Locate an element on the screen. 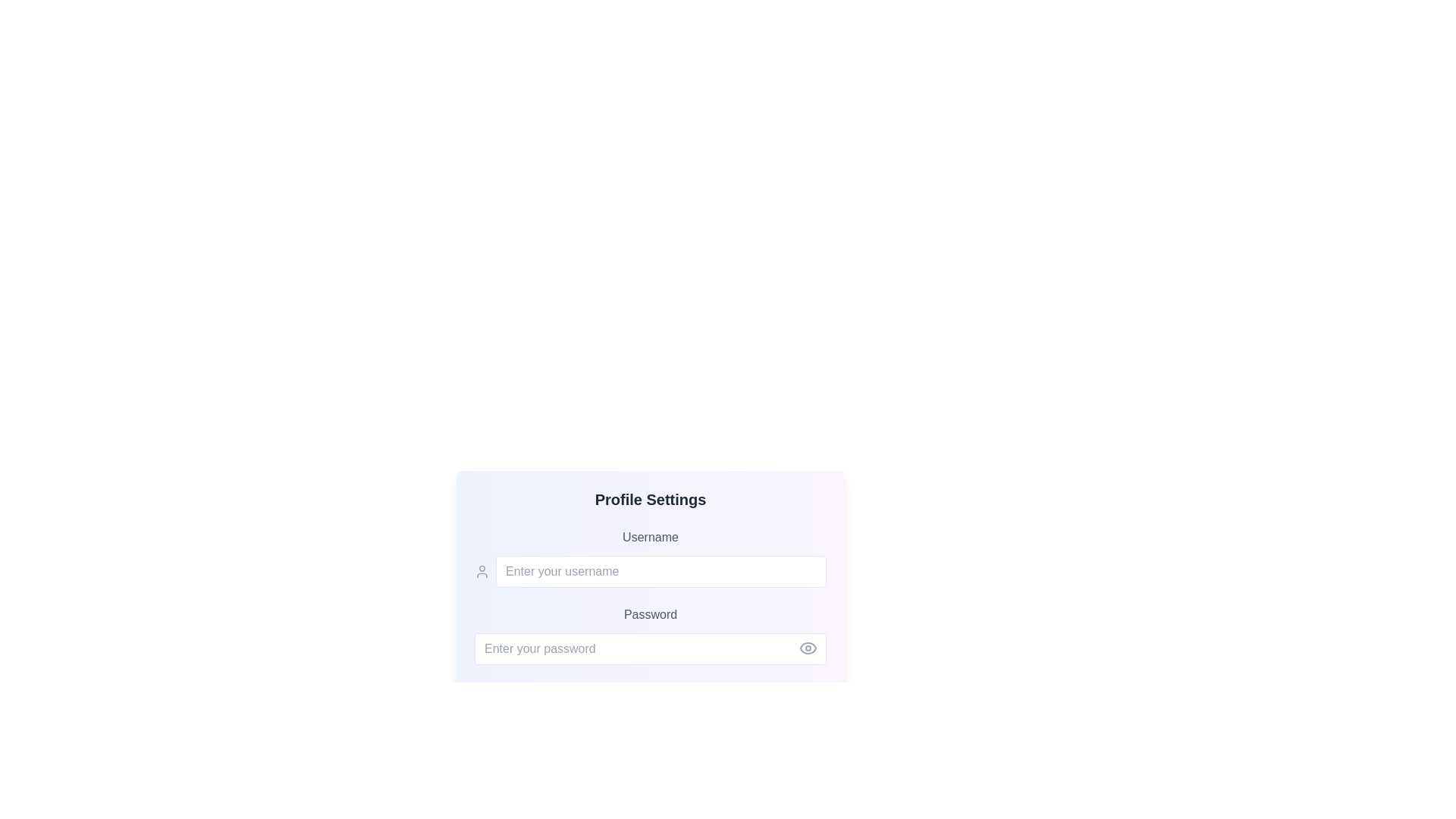  the 'Username' text label, which is styled with a medium-weight font and gray color, positioned directly above the username input field is located at coordinates (651, 537).